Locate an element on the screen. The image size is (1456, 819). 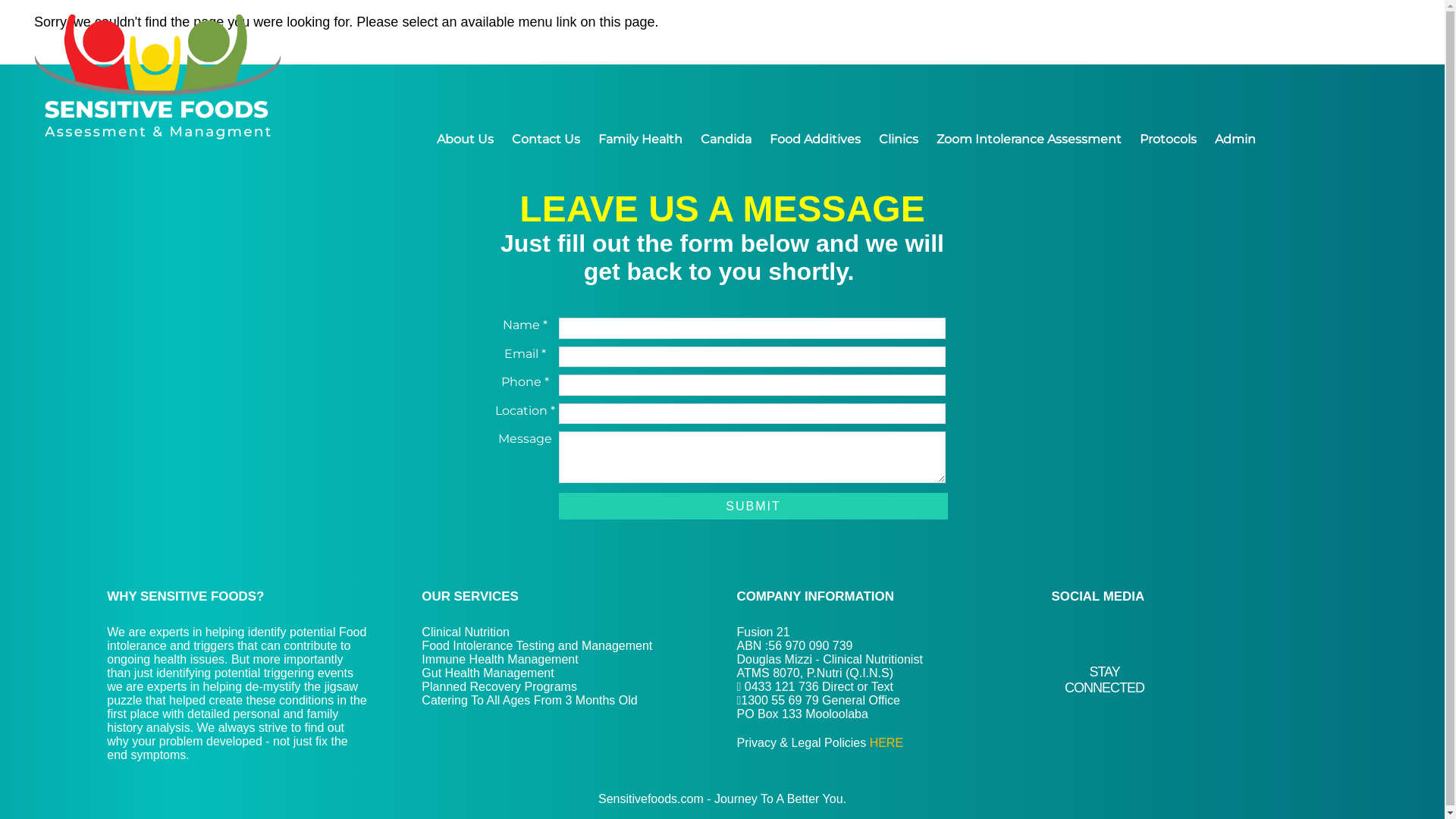
'Protocols' is located at coordinates (1167, 139).